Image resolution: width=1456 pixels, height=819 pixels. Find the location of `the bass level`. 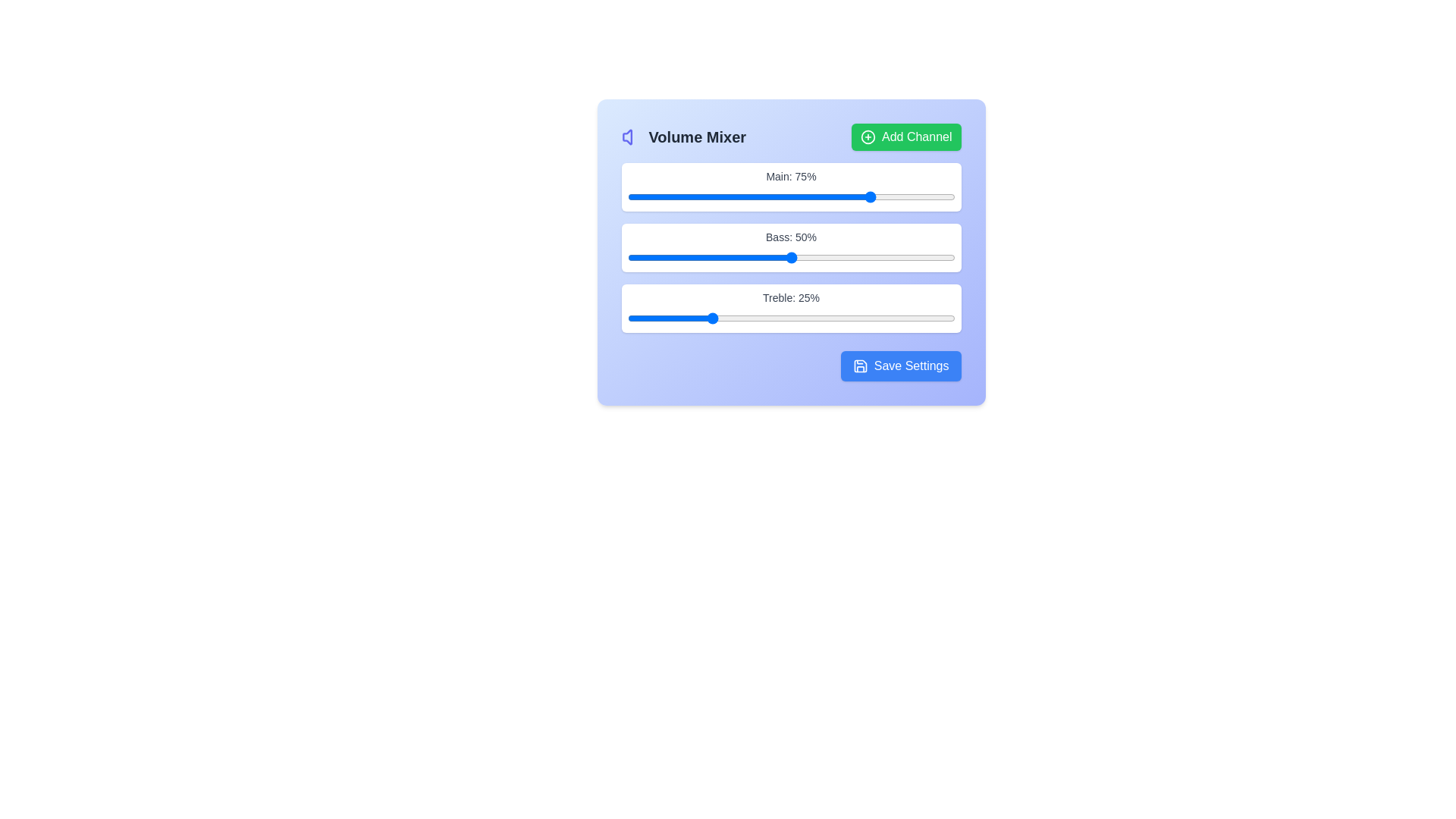

the bass level is located at coordinates (931, 256).